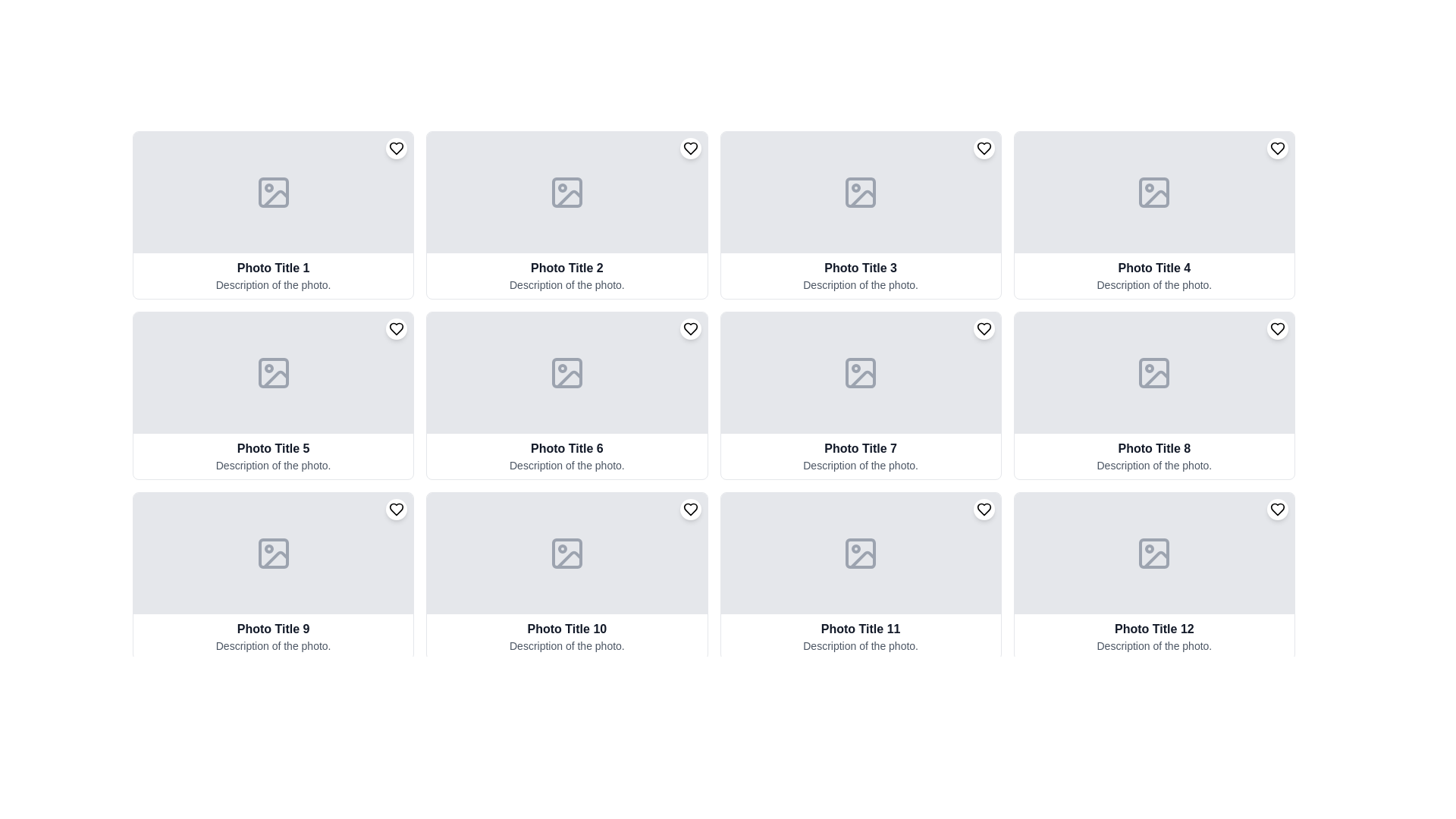 The height and width of the screenshot is (819, 1456). Describe the element at coordinates (273, 373) in the screenshot. I see `the circular image placeholder icon with a gray color scheme, located in the fifth image slot labeled 'Photo Title 5' in the second row and first column of the grid` at that location.